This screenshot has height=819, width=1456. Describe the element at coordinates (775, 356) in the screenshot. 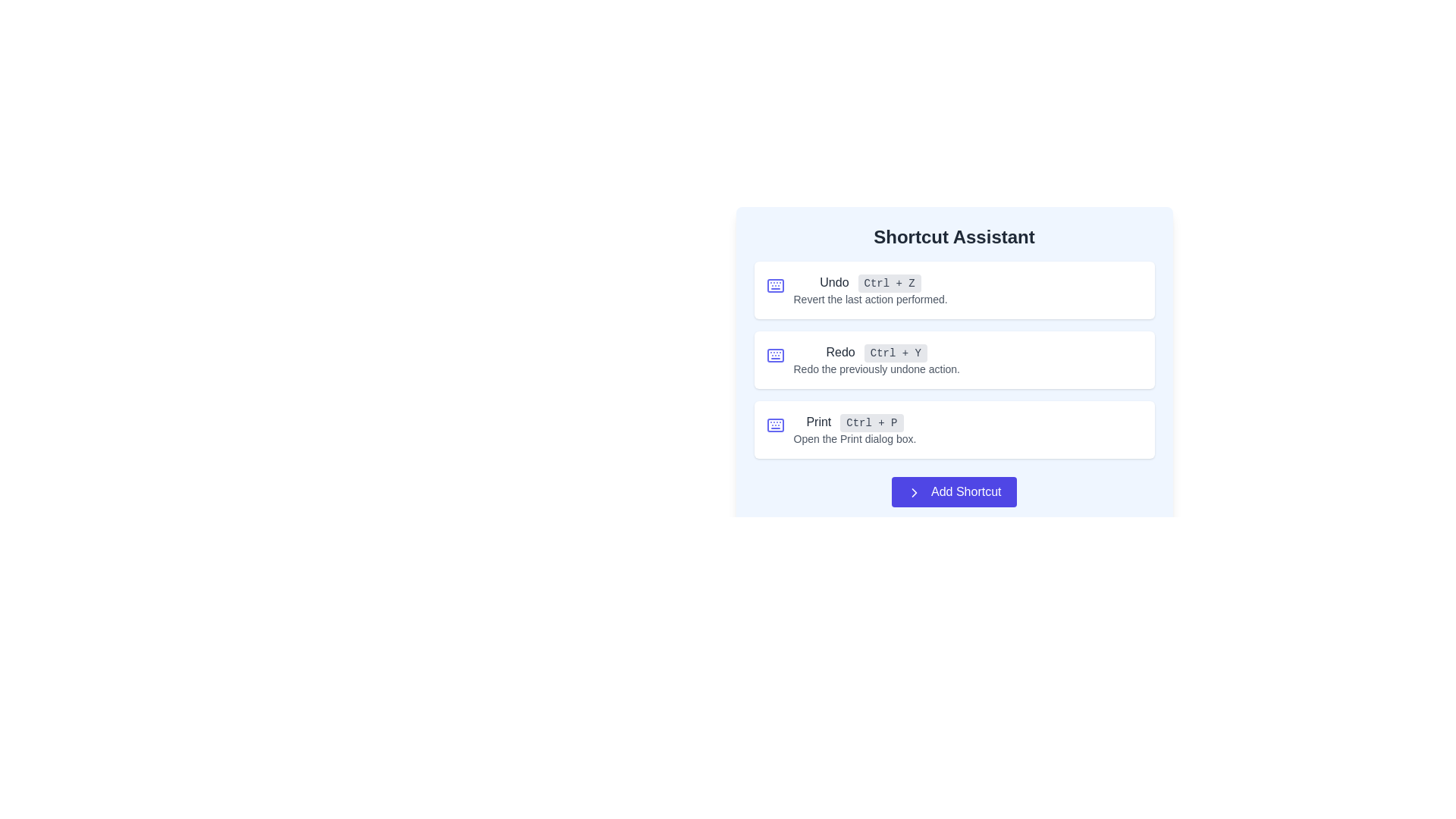

I see `the 'Redo' icon located to the left of the text 'Redo Ctrl + Y' in the second list item of the vertical list` at that location.